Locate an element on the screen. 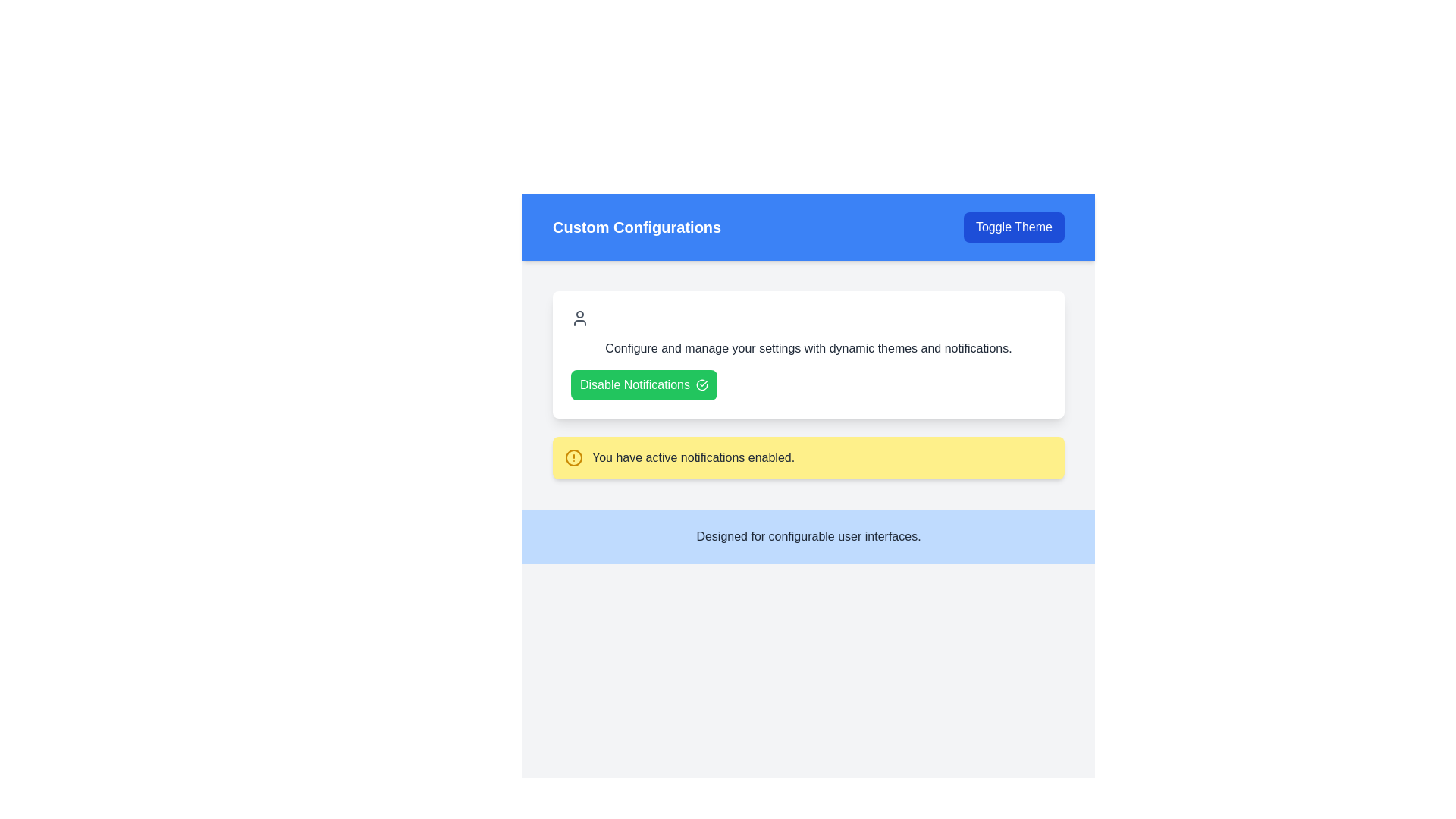  the user profile icon located at the top-left corner of the white card that contains text descriptions and a button, above the text 'Configure and manage your settings with dynamic themes and notifications.' is located at coordinates (579, 318).